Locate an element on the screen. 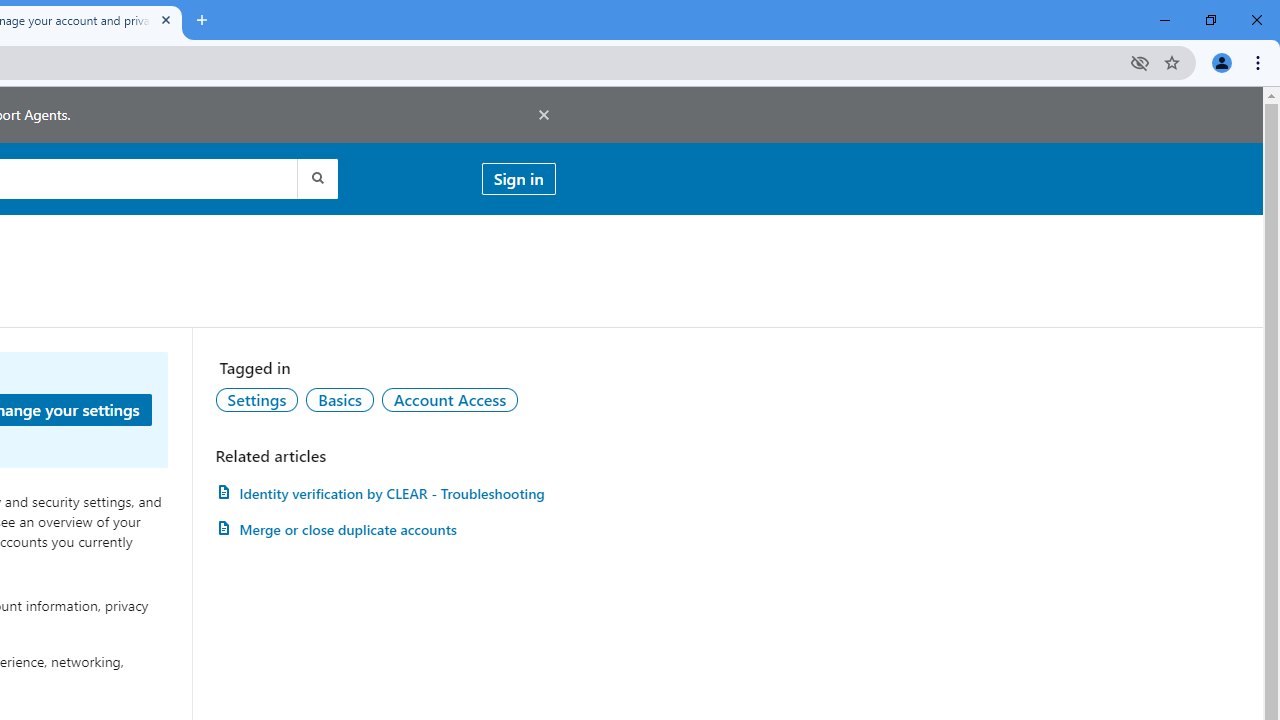 Image resolution: width=1280 pixels, height=720 pixels. 'Basics' is located at coordinates (339, 399).